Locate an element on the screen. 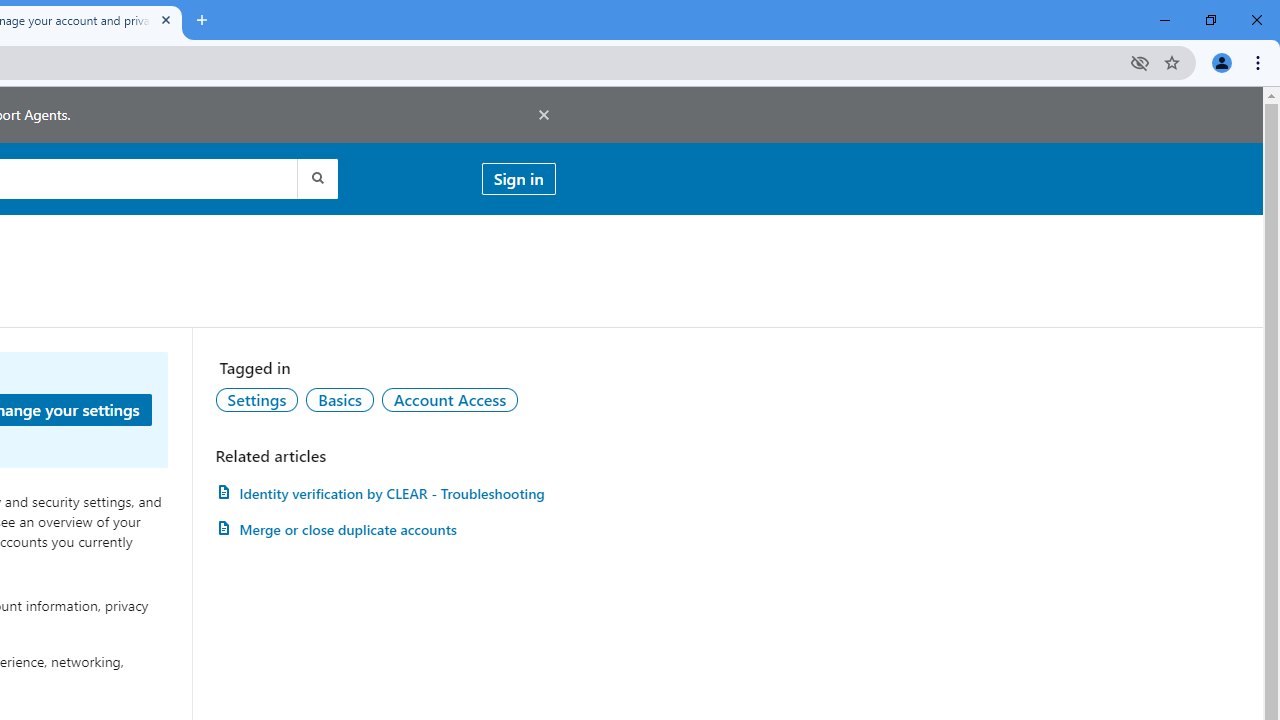 Image resolution: width=1280 pixels, height=720 pixels. 'Basics' is located at coordinates (339, 399).